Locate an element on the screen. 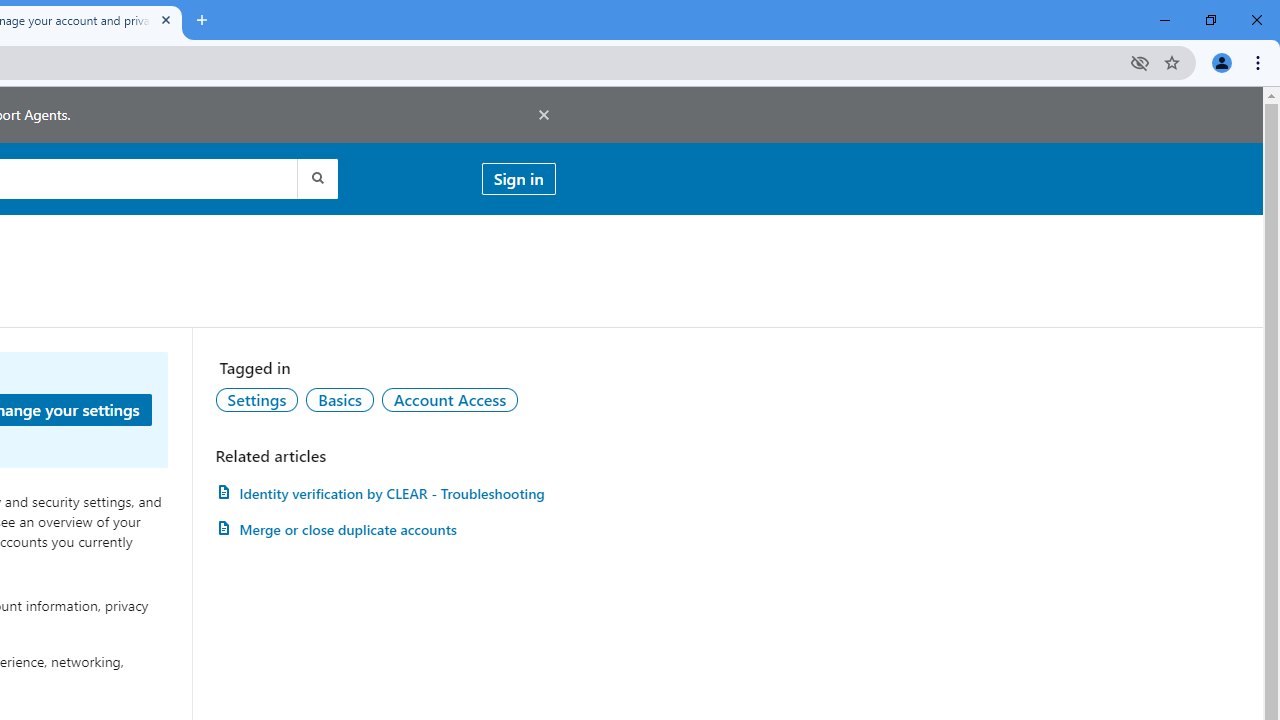 Image resolution: width=1280 pixels, height=720 pixels. 'Basics' is located at coordinates (339, 399).